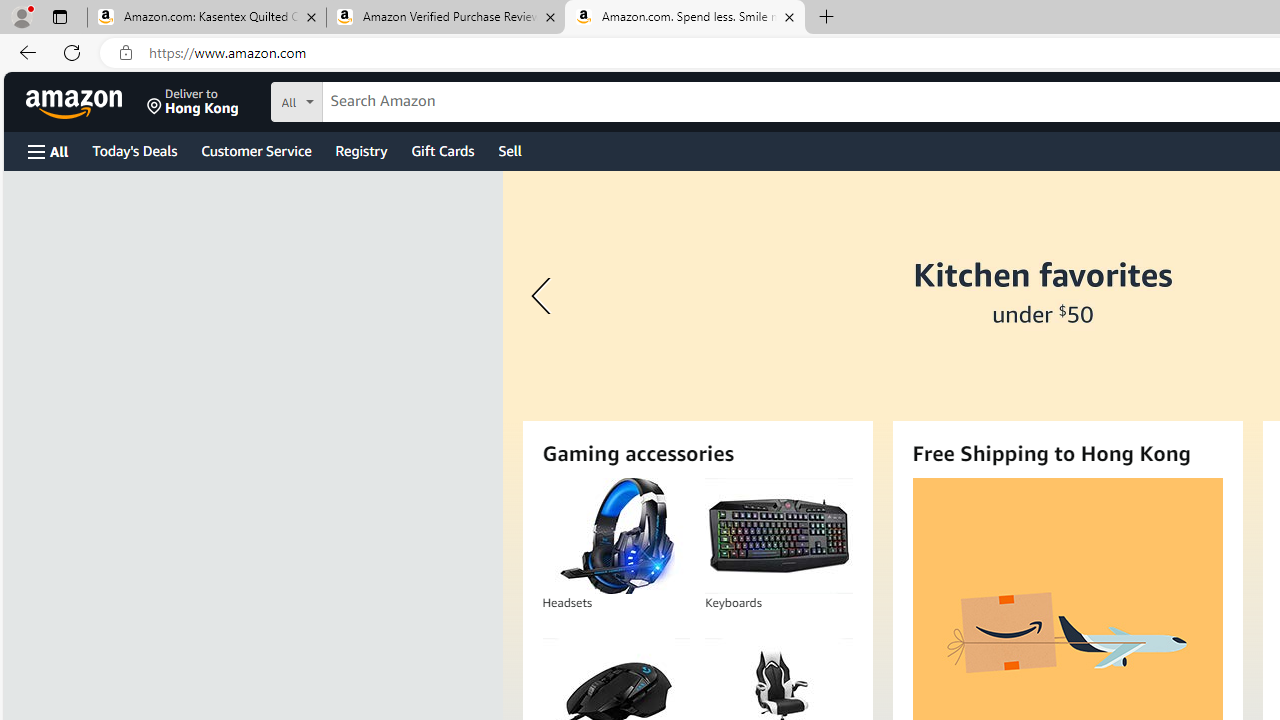 This screenshot has height=720, width=1280. I want to click on 'Gift Cards', so click(441, 149).